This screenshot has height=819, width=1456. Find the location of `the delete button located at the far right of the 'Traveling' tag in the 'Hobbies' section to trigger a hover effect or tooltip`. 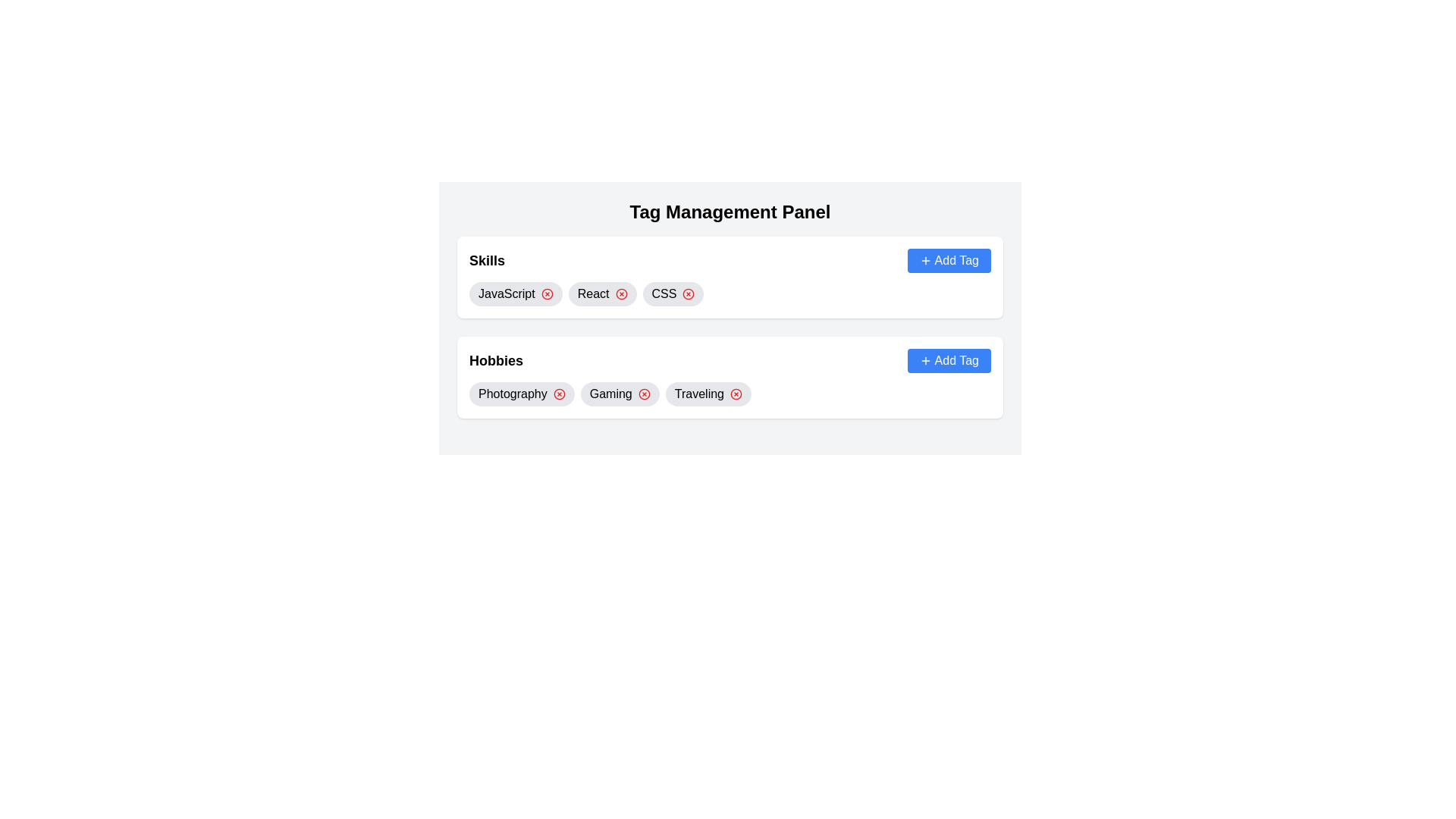

the delete button located at the far right of the 'Traveling' tag in the 'Hobbies' section to trigger a hover effect or tooltip is located at coordinates (736, 394).